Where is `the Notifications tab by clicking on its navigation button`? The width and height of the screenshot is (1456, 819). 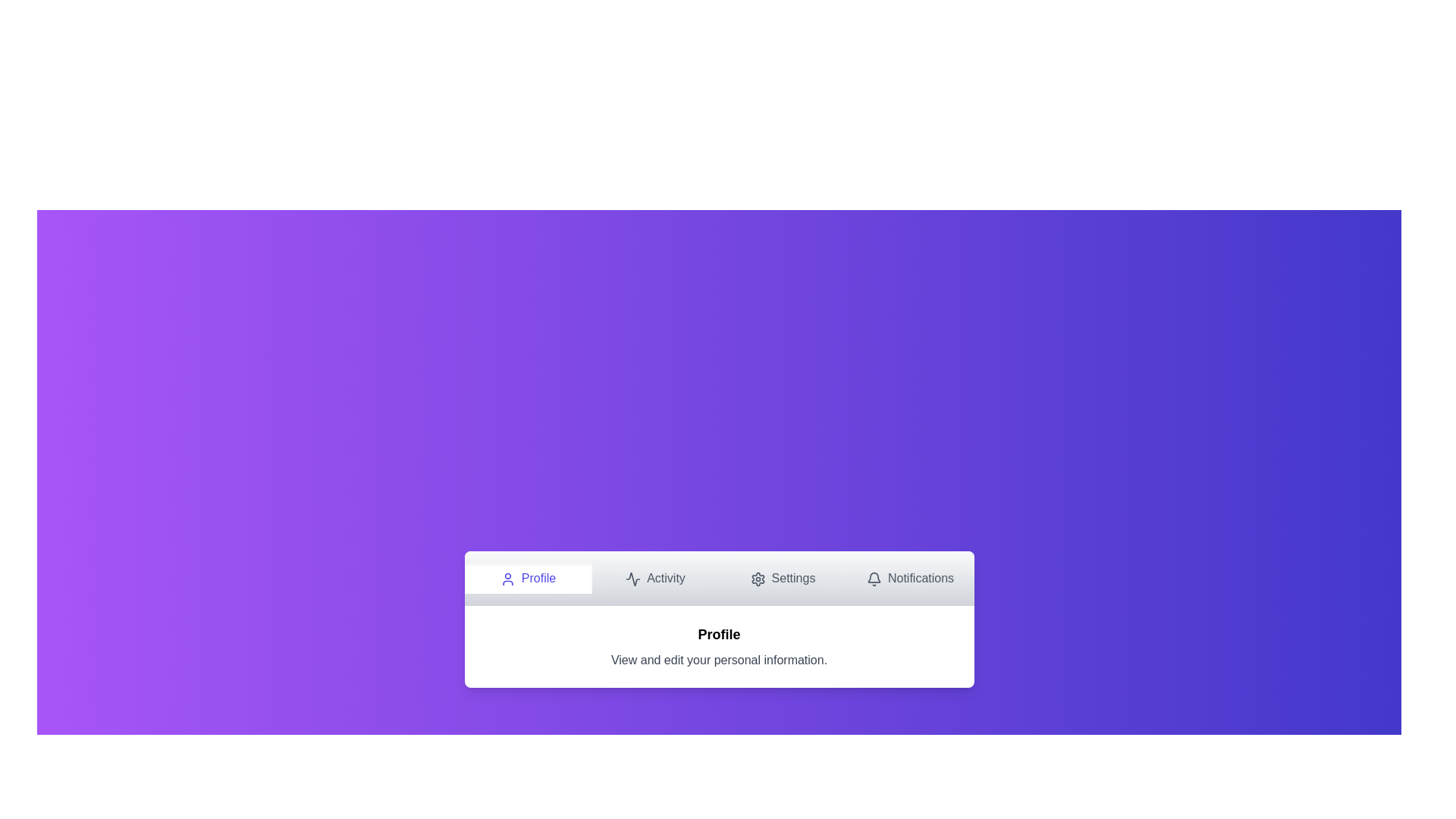
the Notifications tab by clicking on its navigation button is located at coordinates (910, 579).